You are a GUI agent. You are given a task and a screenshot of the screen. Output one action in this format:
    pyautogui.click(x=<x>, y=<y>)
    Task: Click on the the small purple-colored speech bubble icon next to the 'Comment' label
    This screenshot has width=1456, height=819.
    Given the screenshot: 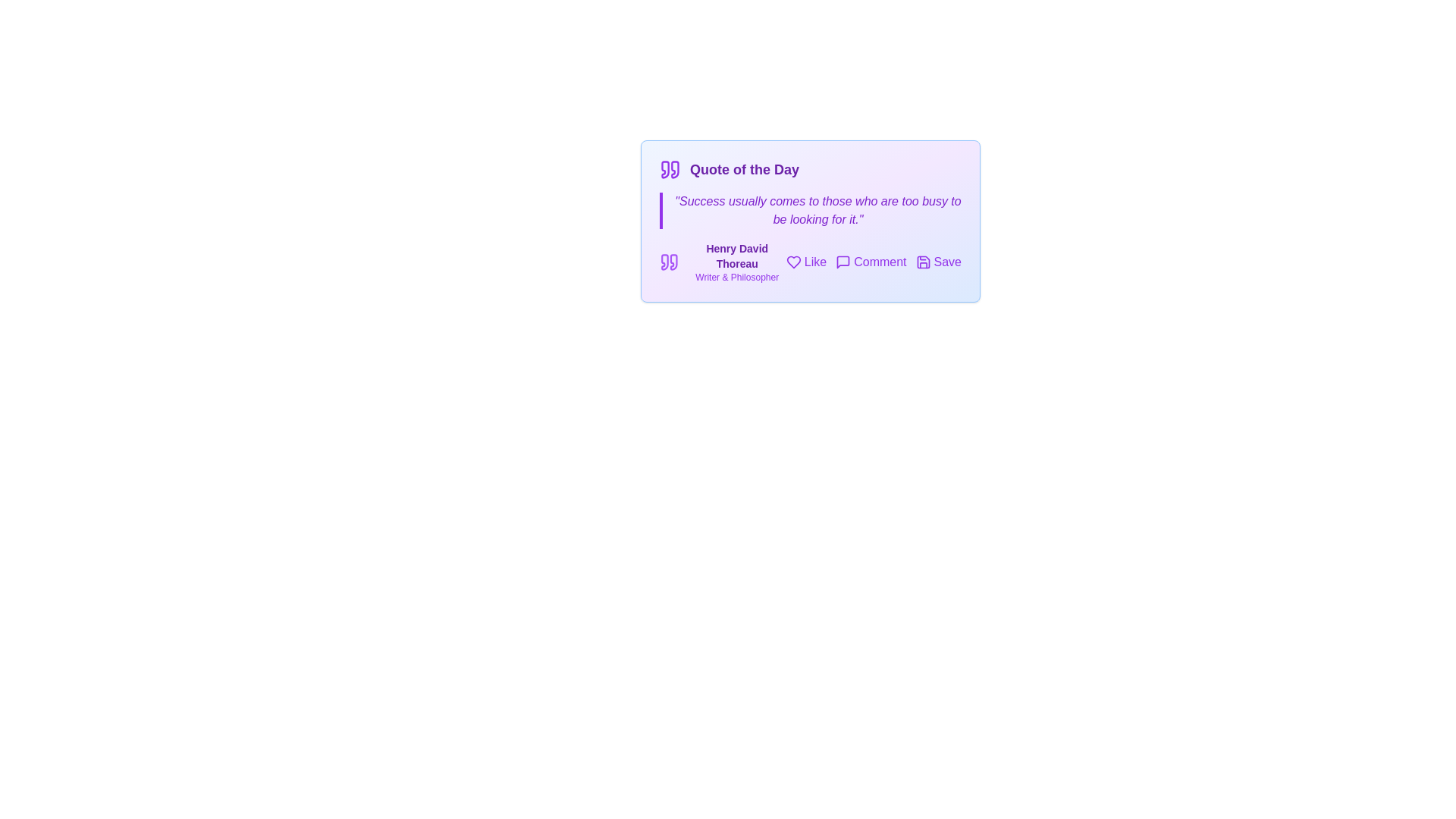 What is the action you would take?
    pyautogui.click(x=843, y=262)
    